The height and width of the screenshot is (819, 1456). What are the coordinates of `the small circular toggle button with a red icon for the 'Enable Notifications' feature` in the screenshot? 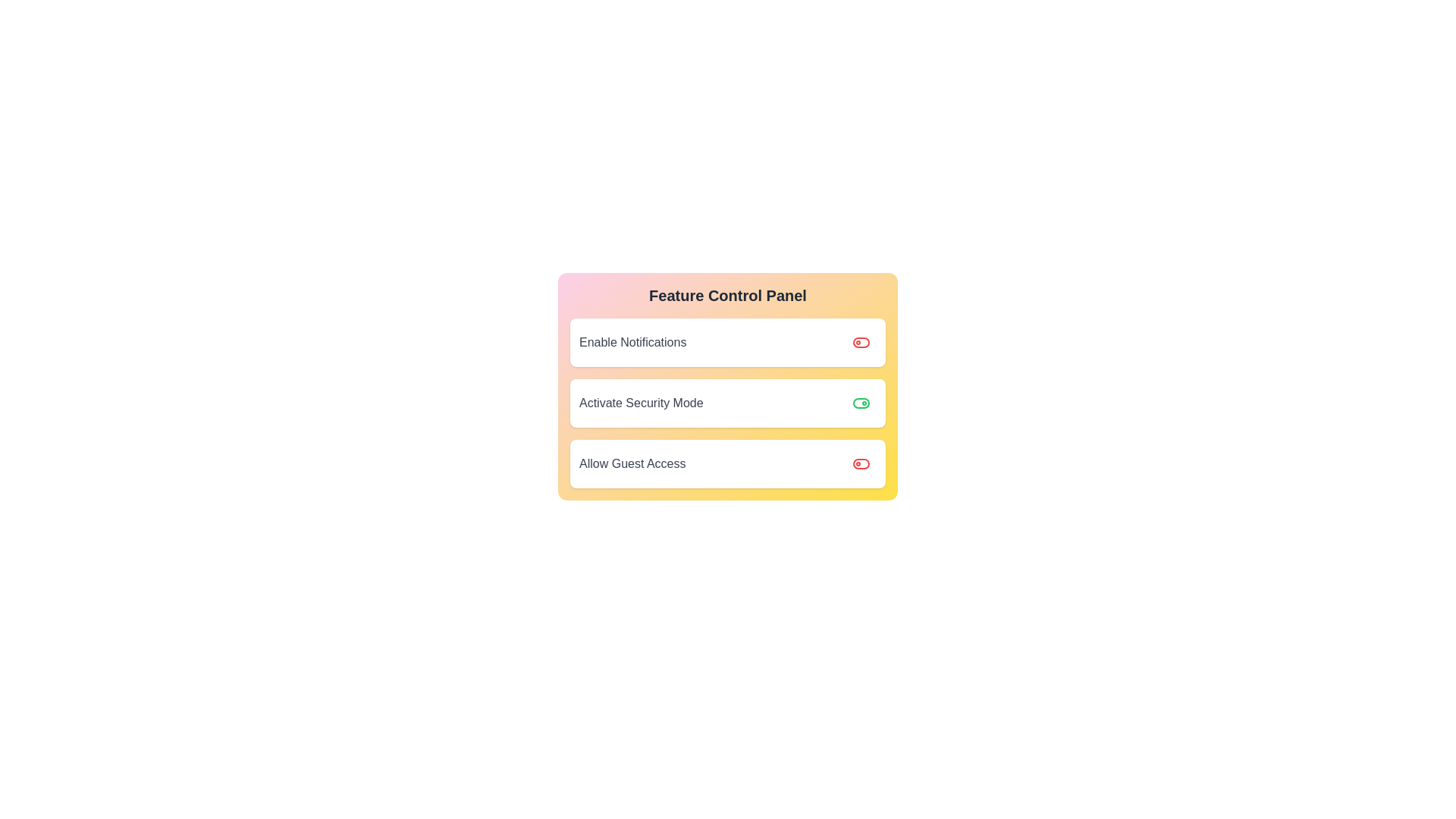 It's located at (861, 342).